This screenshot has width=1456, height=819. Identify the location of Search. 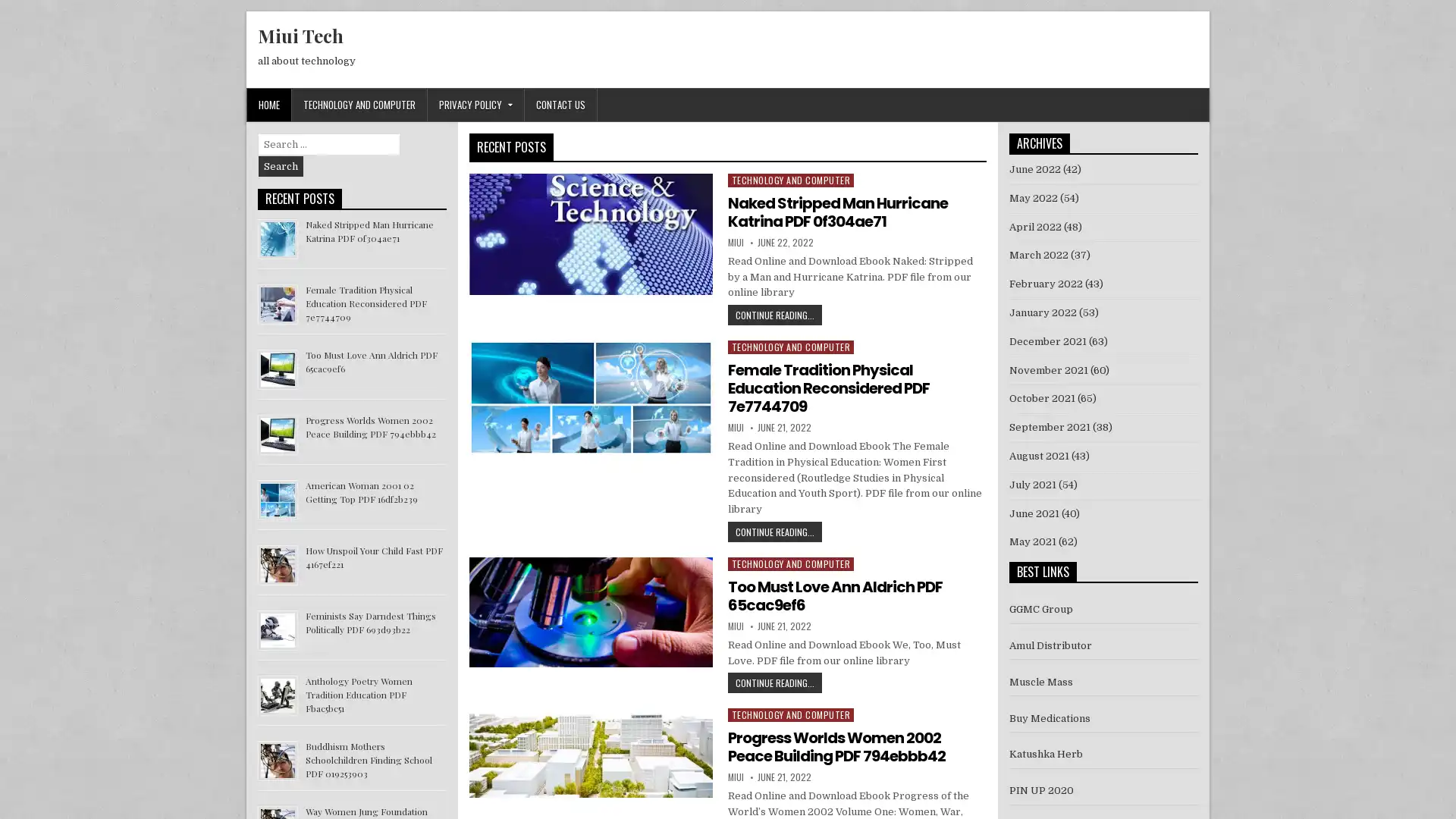
(281, 166).